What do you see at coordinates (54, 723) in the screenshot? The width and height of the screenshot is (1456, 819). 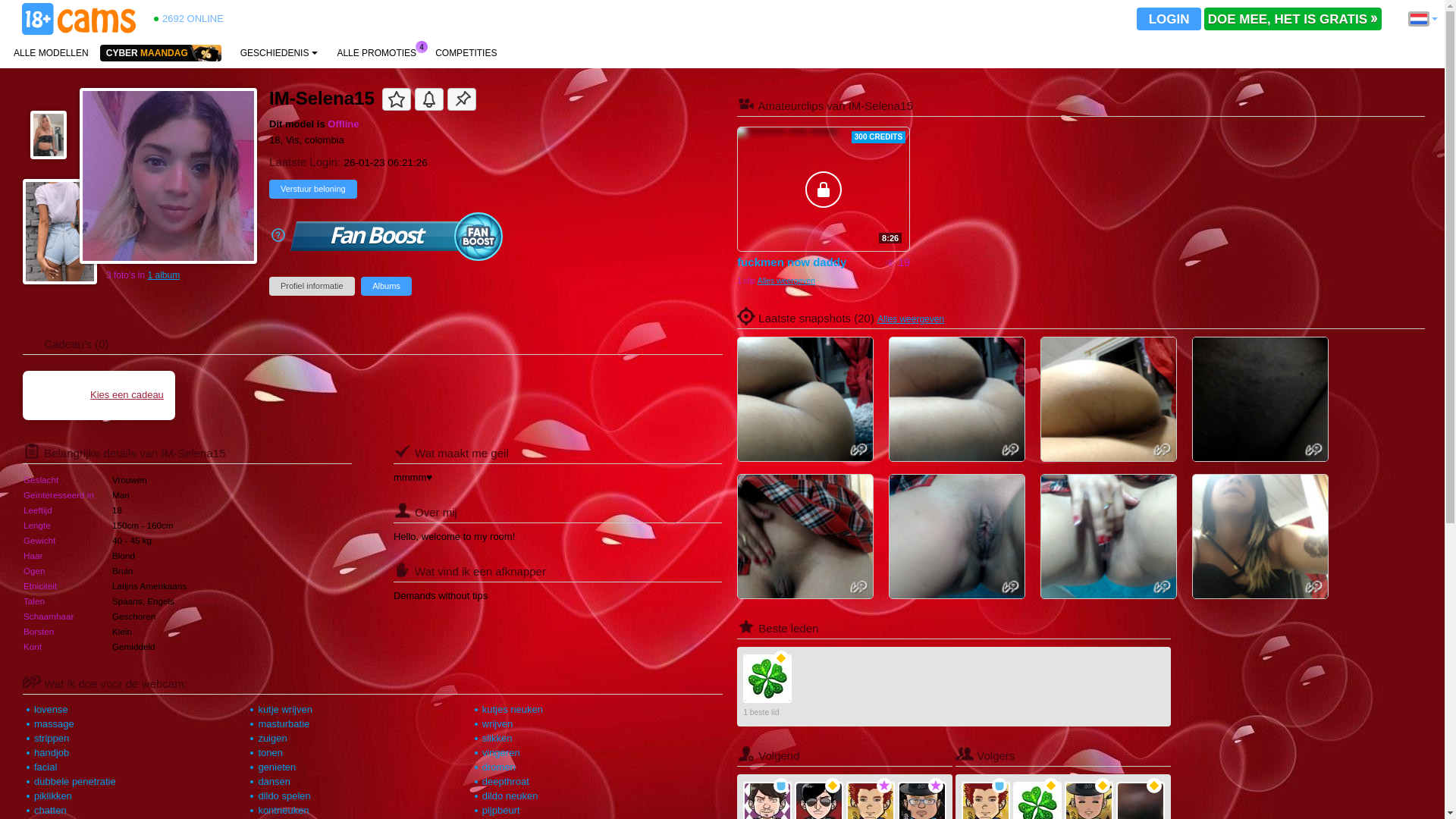 I see `'massage'` at bounding box center [54, 723].